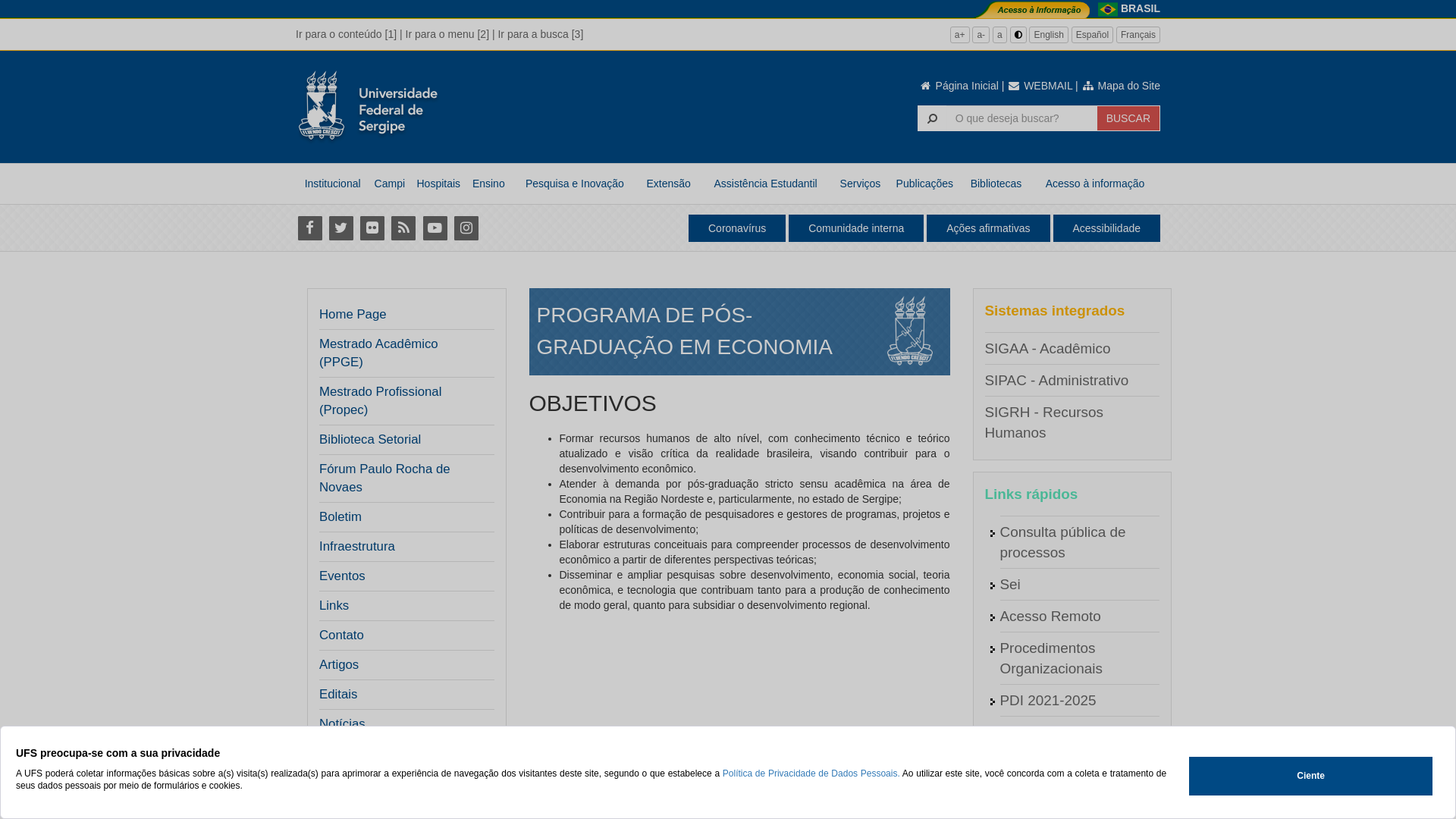 The image size is (1456, 819). Describe the element at coordinates (340, 635) in the screenshot. I see `'Contato'` at that location.